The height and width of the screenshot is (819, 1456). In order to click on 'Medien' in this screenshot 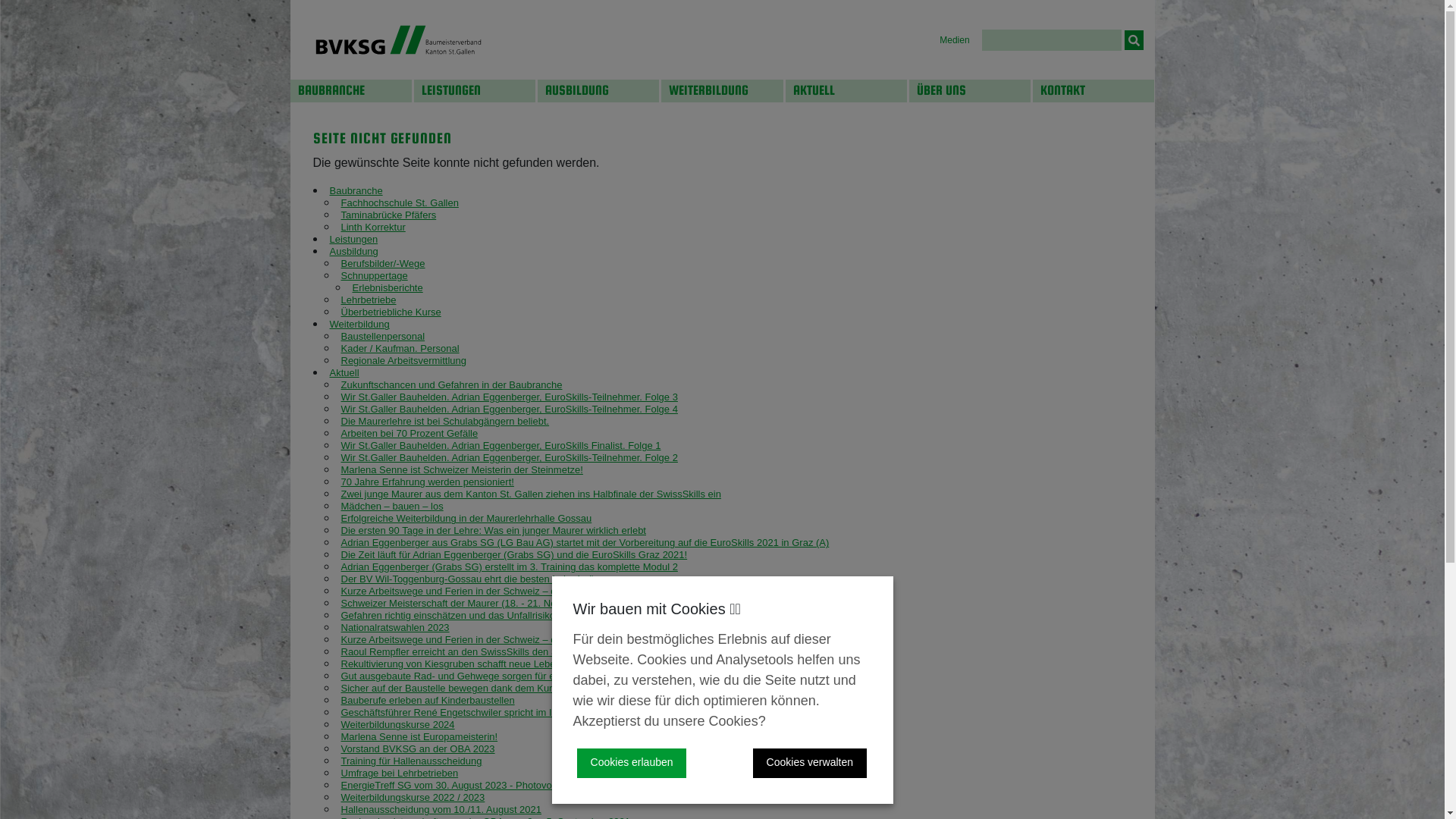, I will do `click(938, 39)`.